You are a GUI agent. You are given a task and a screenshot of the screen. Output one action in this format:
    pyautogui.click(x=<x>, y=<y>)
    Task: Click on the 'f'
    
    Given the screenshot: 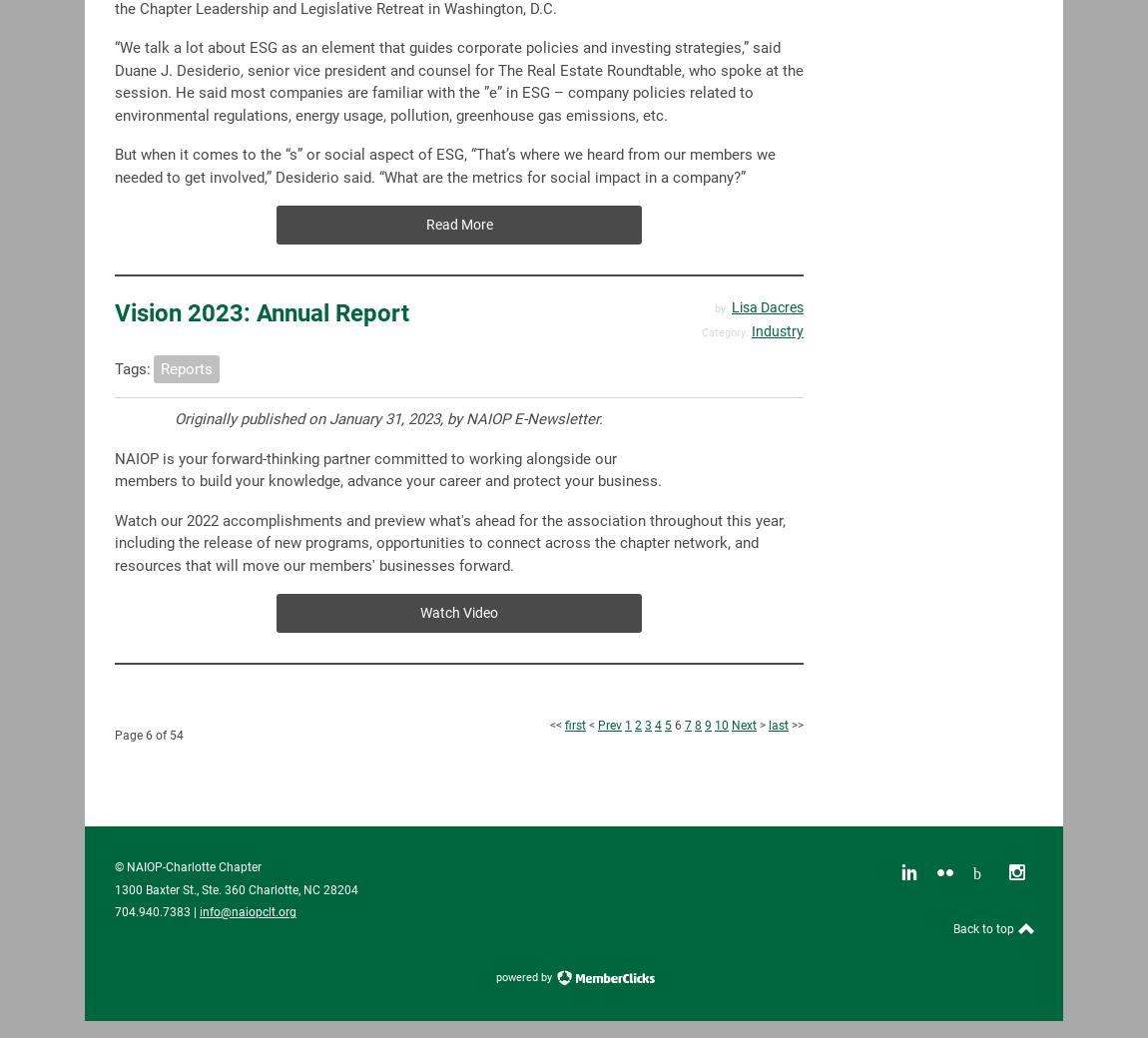 What is the action you would take?
    pyautogui.click(x=213, y=457)
    